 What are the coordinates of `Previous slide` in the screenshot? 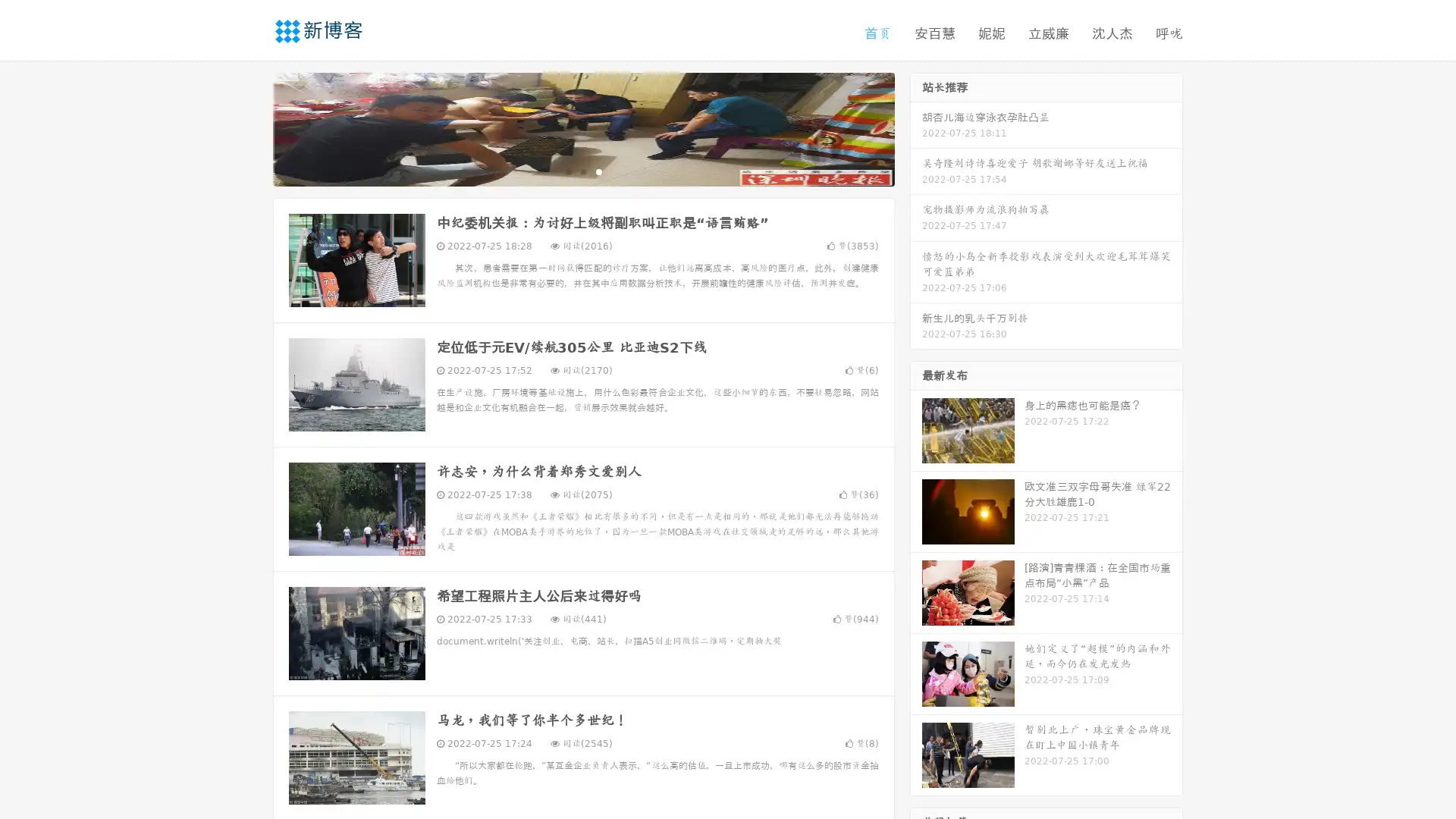 It's located at (250, 127).